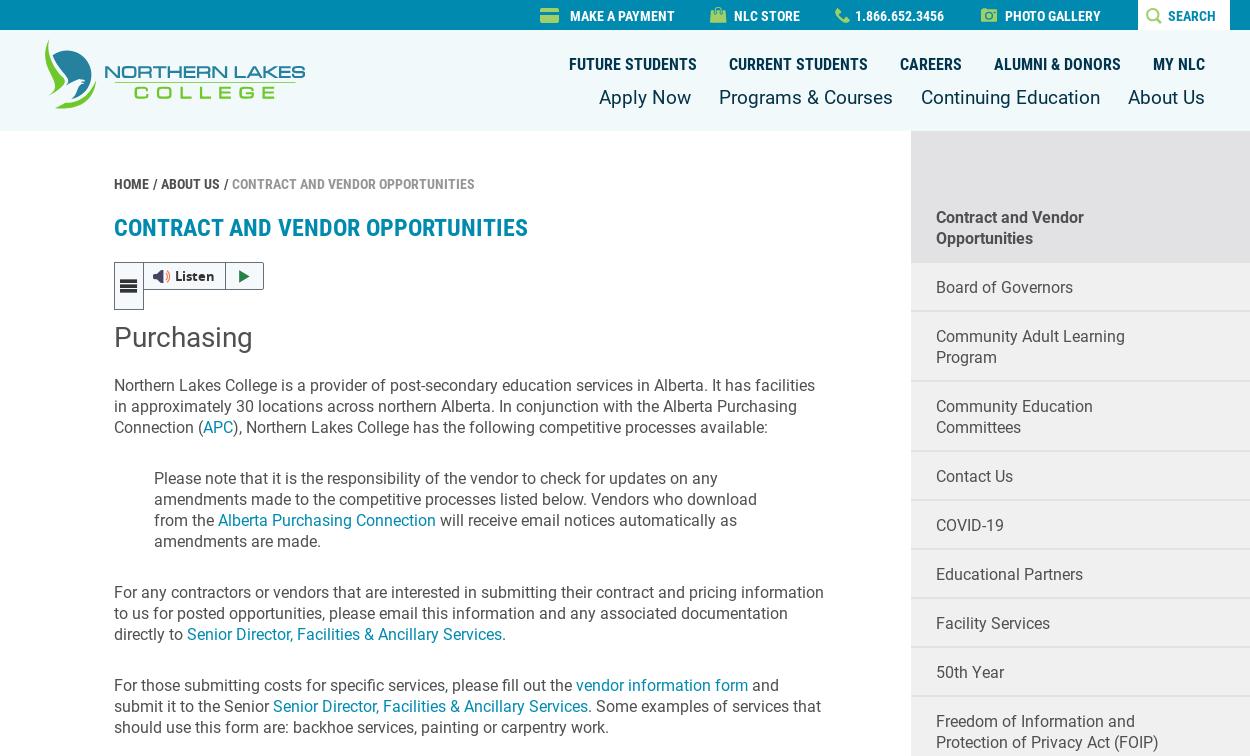 The width and height of the screenshot is (1250, 756). Describe the element at coordinates (113, 683) in the screenshot. I see `'For those submitting costs for specific services, ​please fill out the'` at that location.